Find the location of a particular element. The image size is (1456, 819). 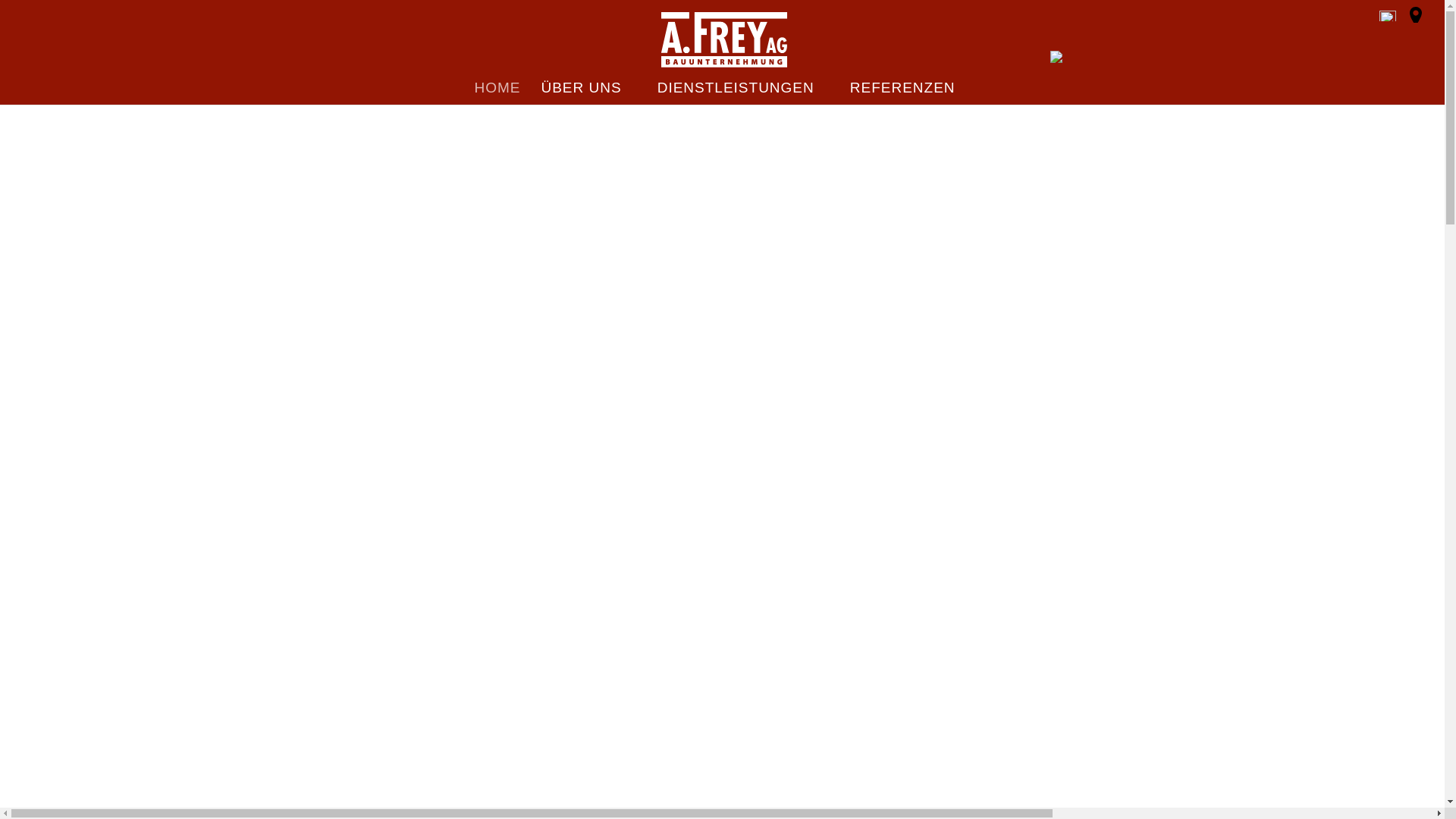

'HOME' is located at coordinates (472, 93).